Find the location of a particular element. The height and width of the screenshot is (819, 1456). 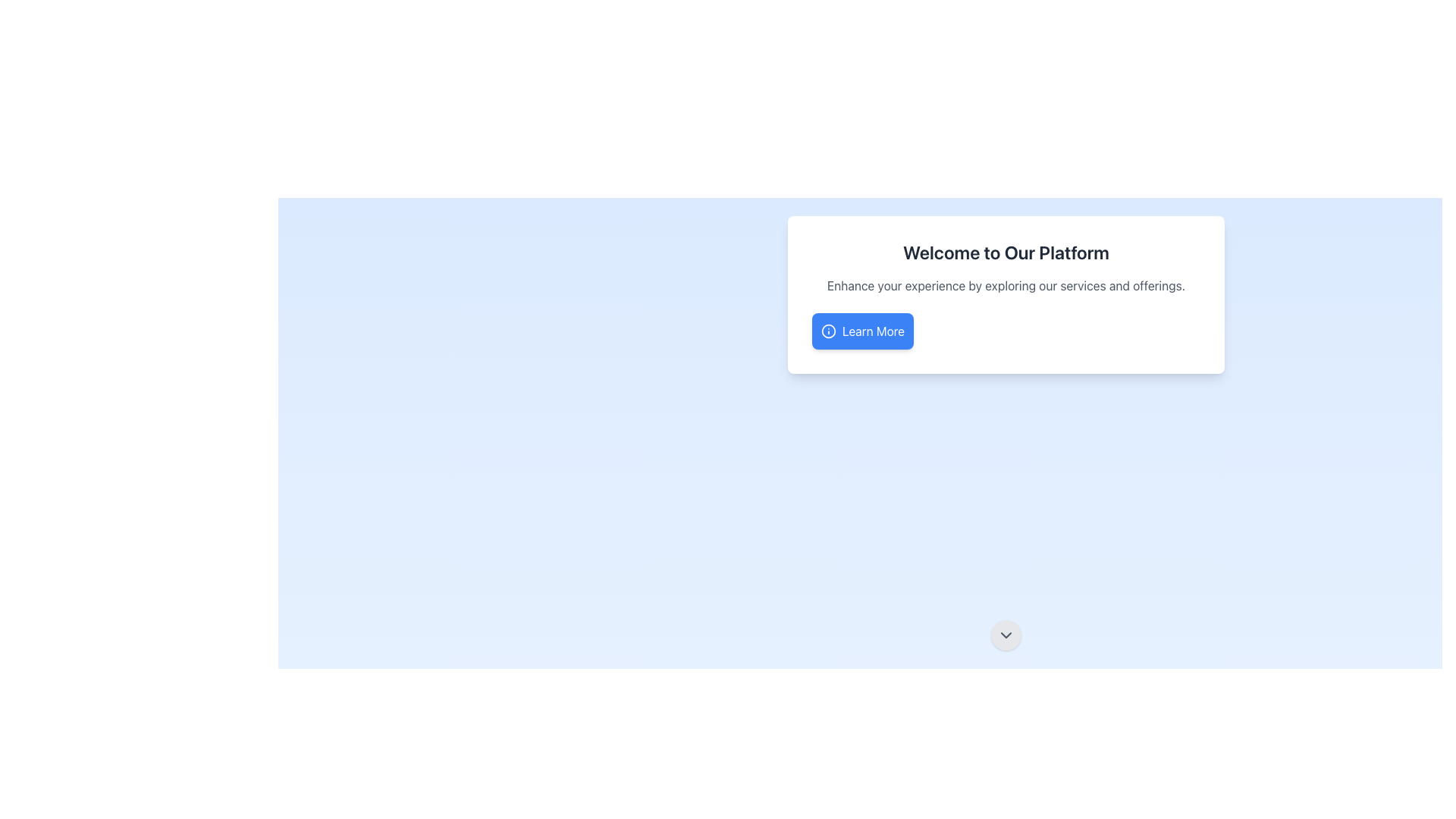

the descriptive text element located below the title 'Welcome to Our Platform' and above the 'Learn More' blue button is located at coordinates (1006, 286).